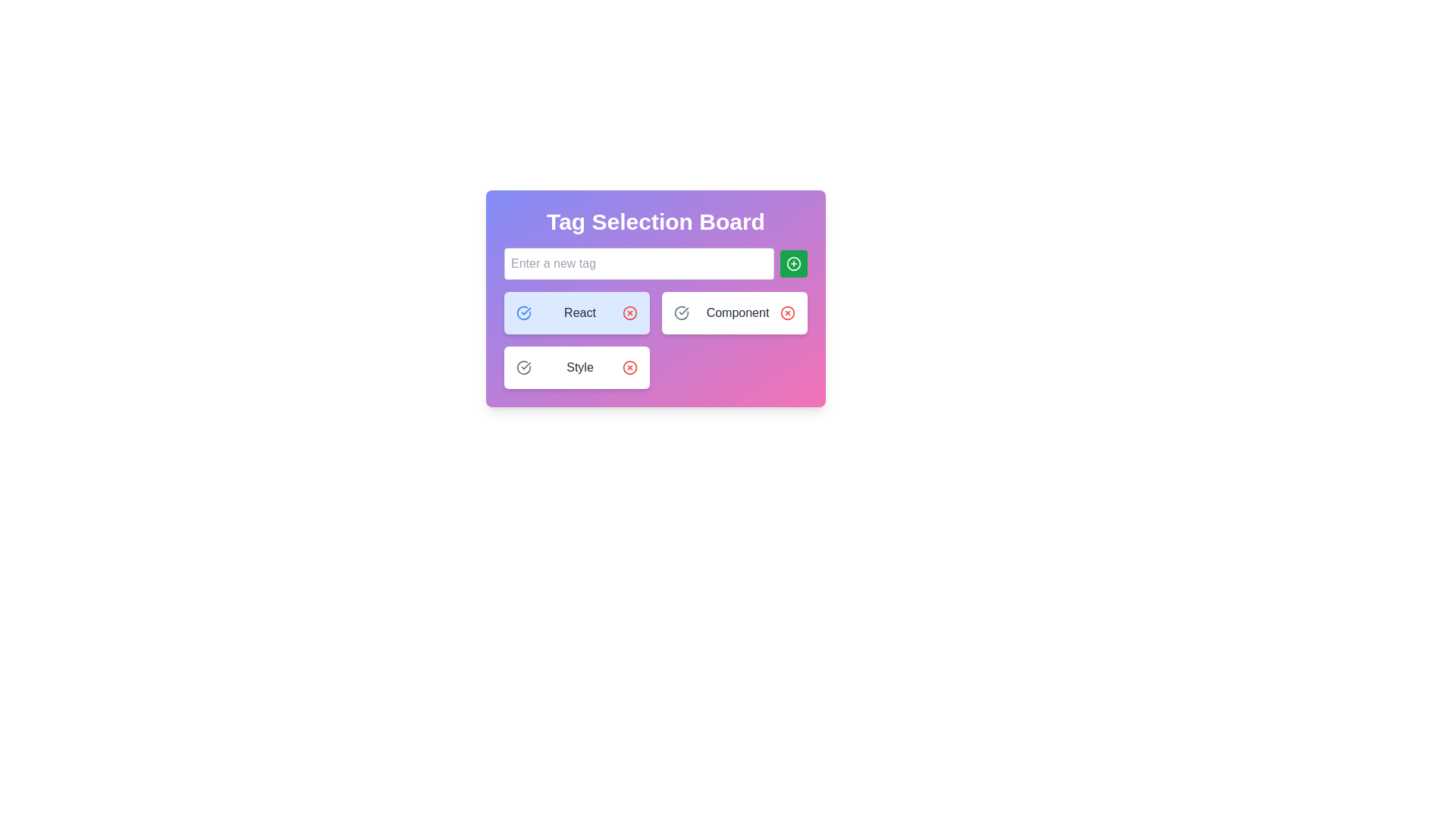  What do you see at coordinates (629, 312) in the screenshot?
I see `the delete or remove icon button located at the far right of the interactive panel labeled 'React'` at bounding box center [629, 312].